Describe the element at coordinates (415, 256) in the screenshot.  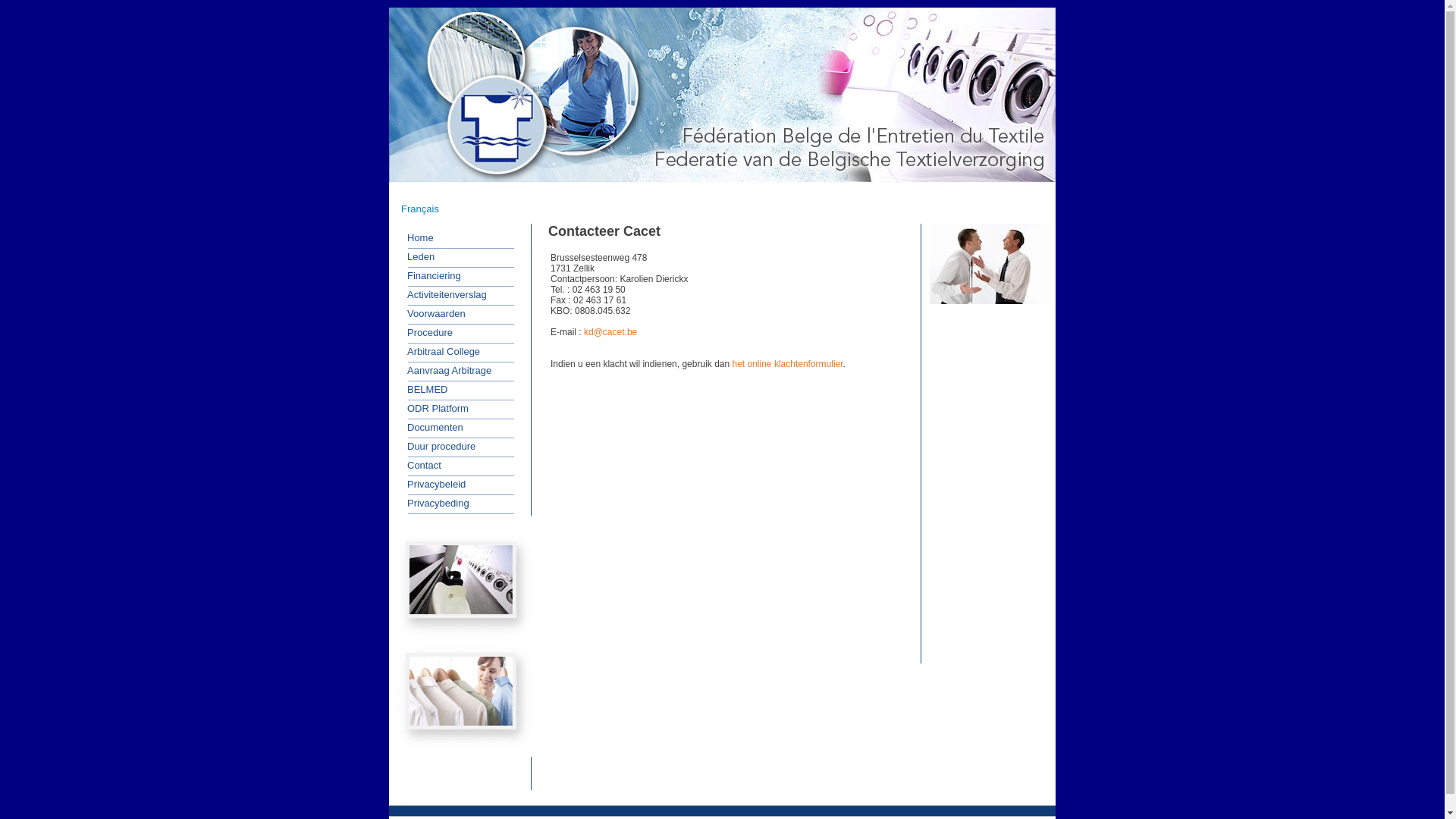
I see `'Leden'` at that location.